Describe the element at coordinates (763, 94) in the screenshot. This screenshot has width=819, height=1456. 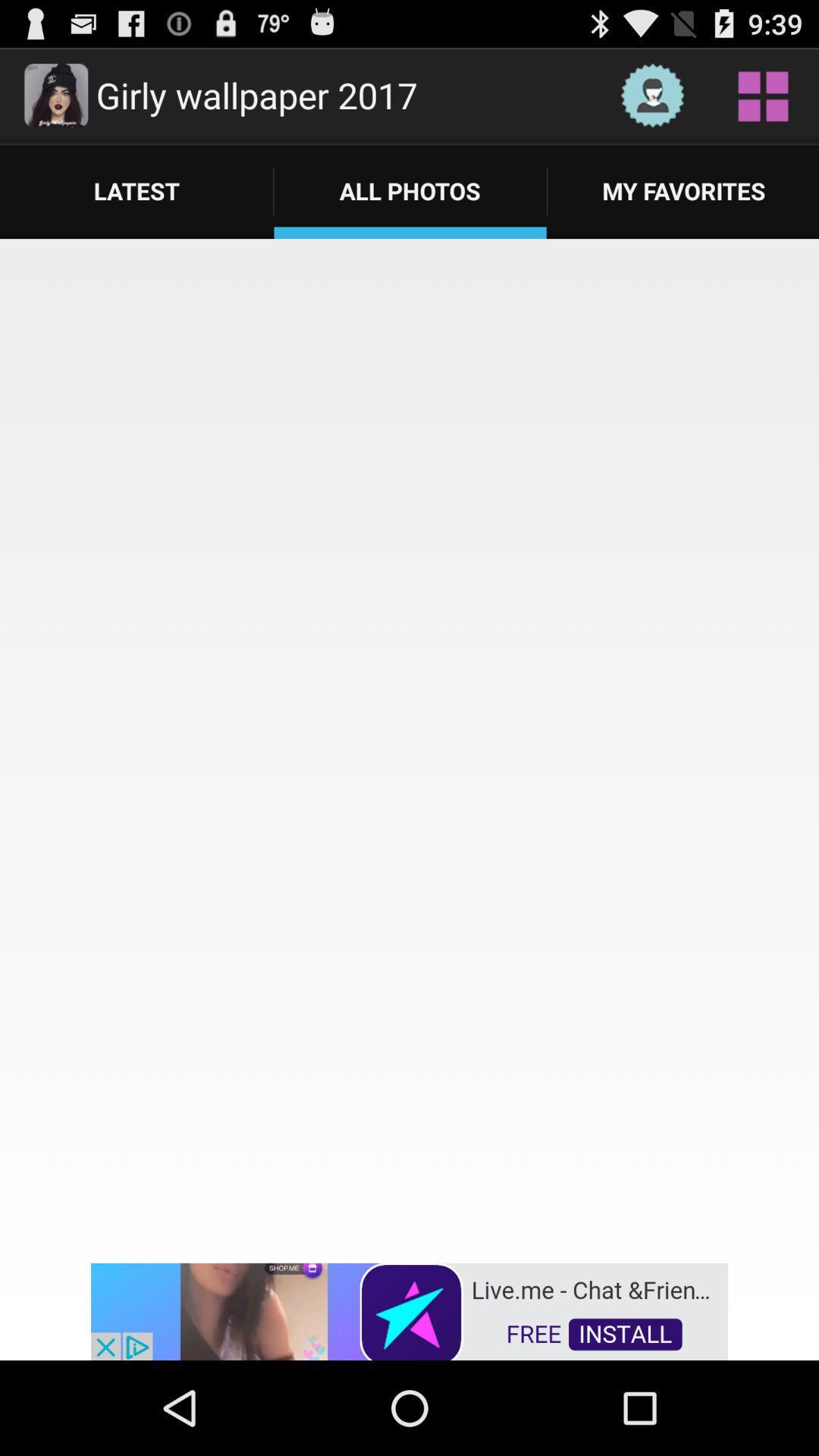
I see `all` at that location.